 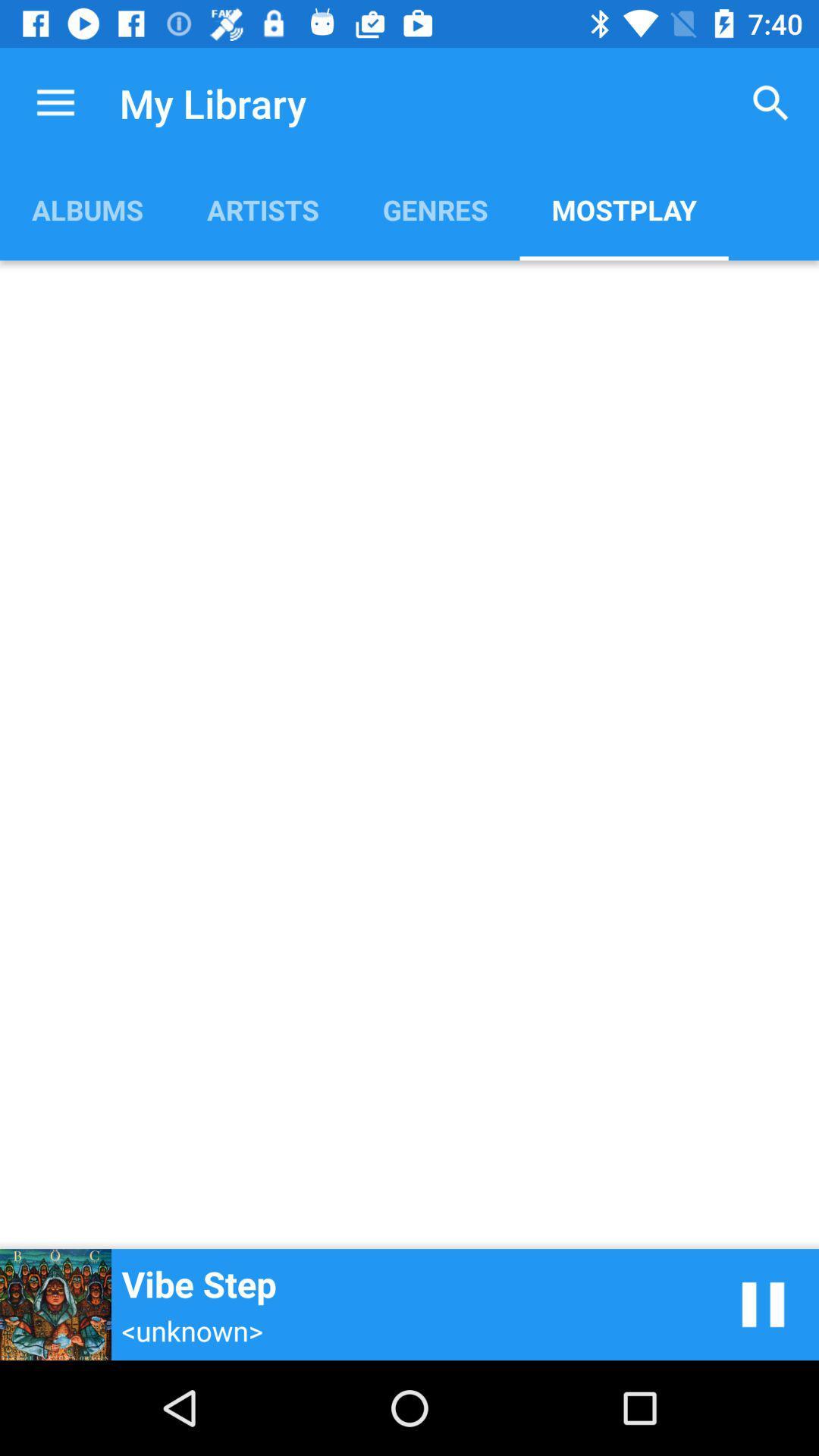 I want to click on the icon to the left of mostplay, so click(x=435, y=209).